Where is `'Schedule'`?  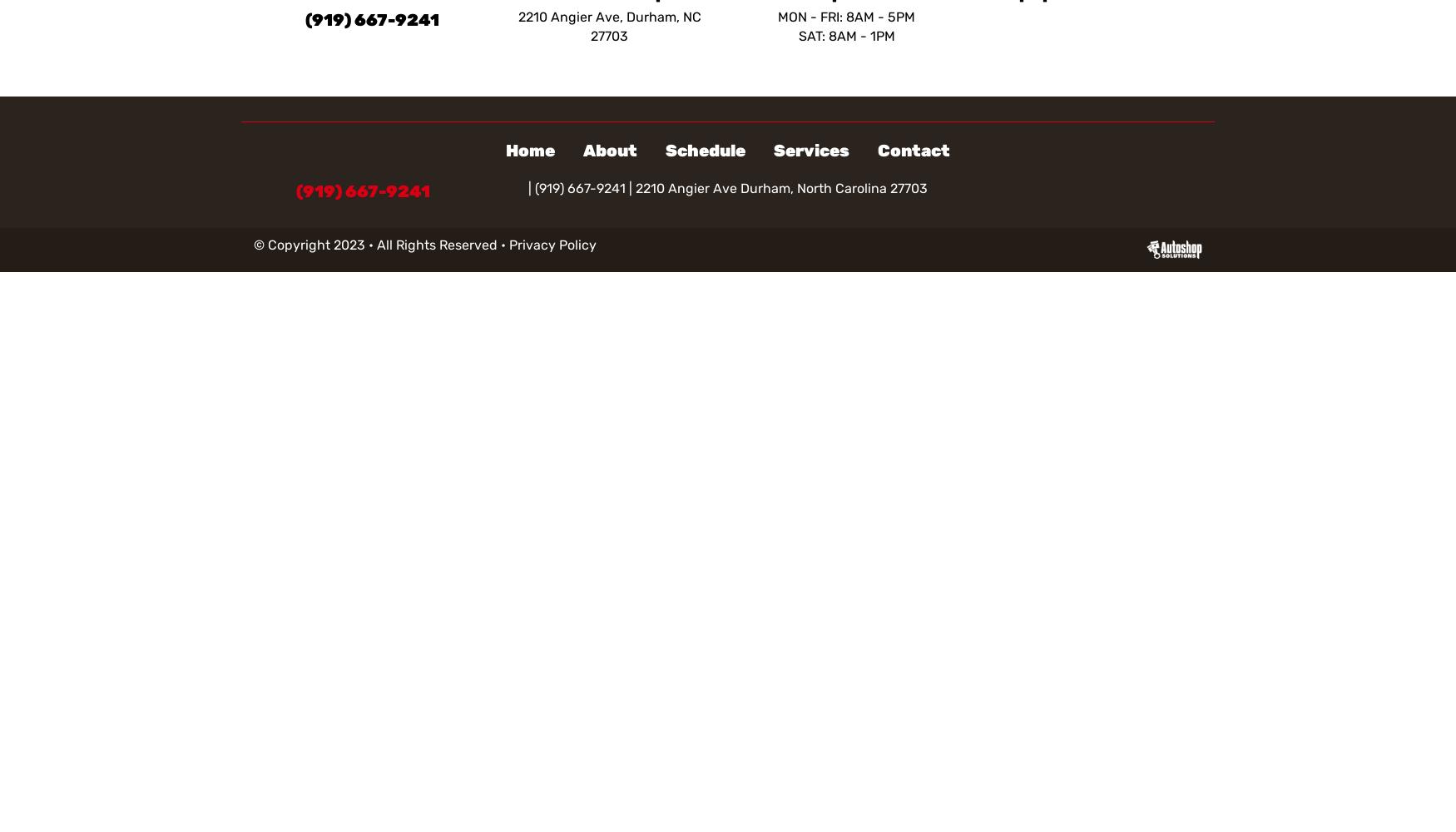 'Schedule' is located at coordinates (706, 151).